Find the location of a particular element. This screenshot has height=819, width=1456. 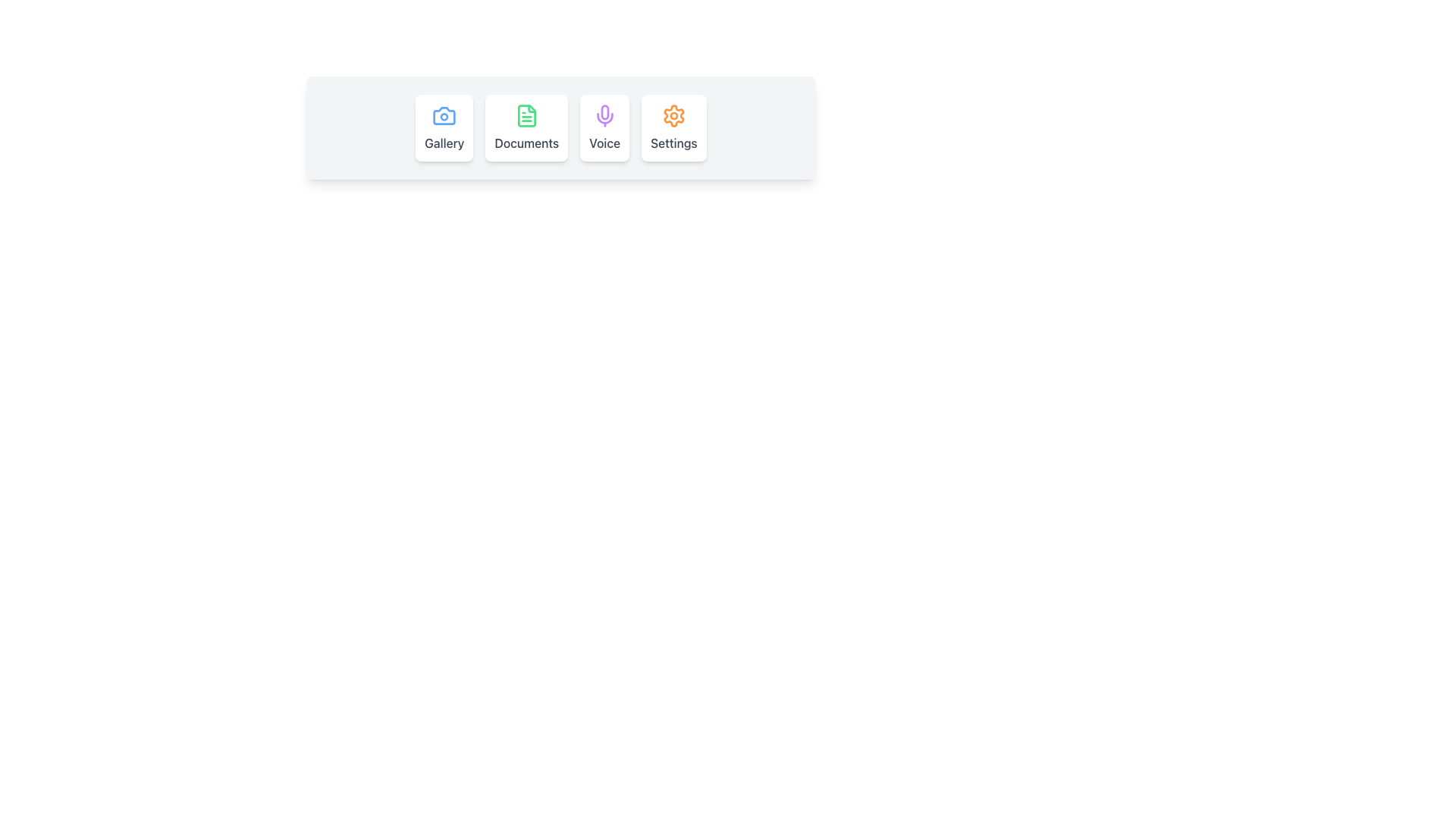

the primary audio or voice icon located in the third card of a horizontally-arranged set of four options is located at coordinates (604, 115).